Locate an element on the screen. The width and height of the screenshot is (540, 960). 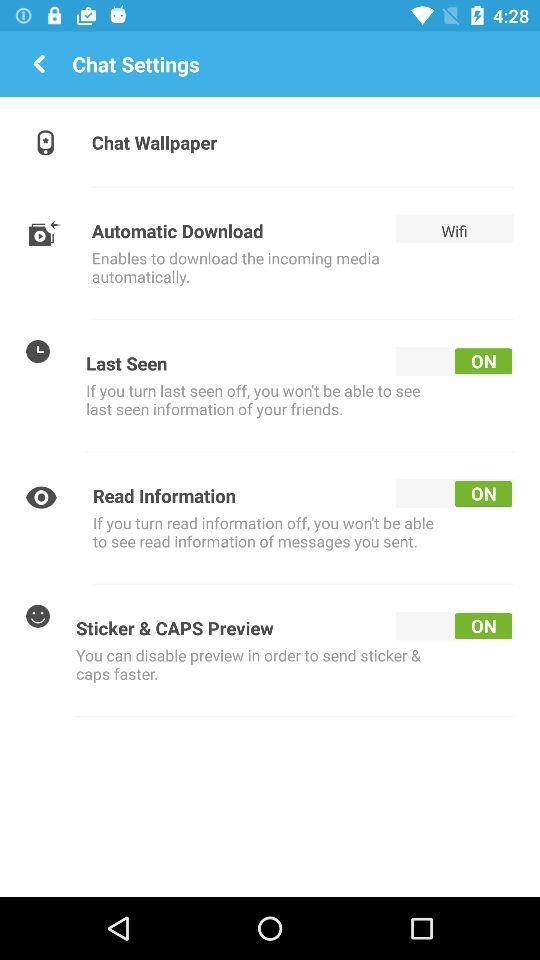
the last icon is located at coordinates (38, 615).